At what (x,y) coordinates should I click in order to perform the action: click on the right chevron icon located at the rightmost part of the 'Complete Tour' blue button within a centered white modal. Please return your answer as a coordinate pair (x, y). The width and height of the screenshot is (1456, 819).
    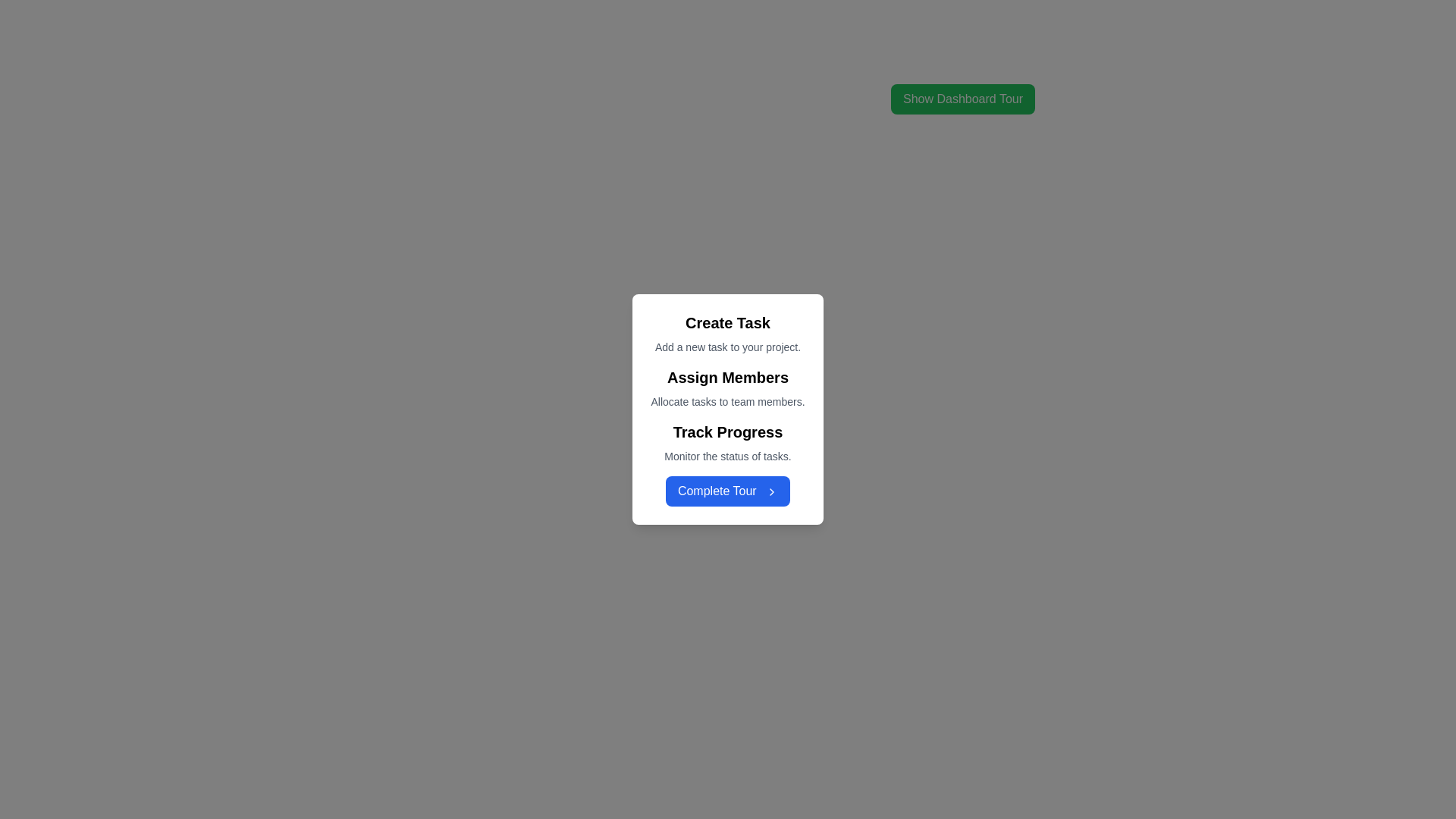
    Looking at the image, I should click on (772, 491).